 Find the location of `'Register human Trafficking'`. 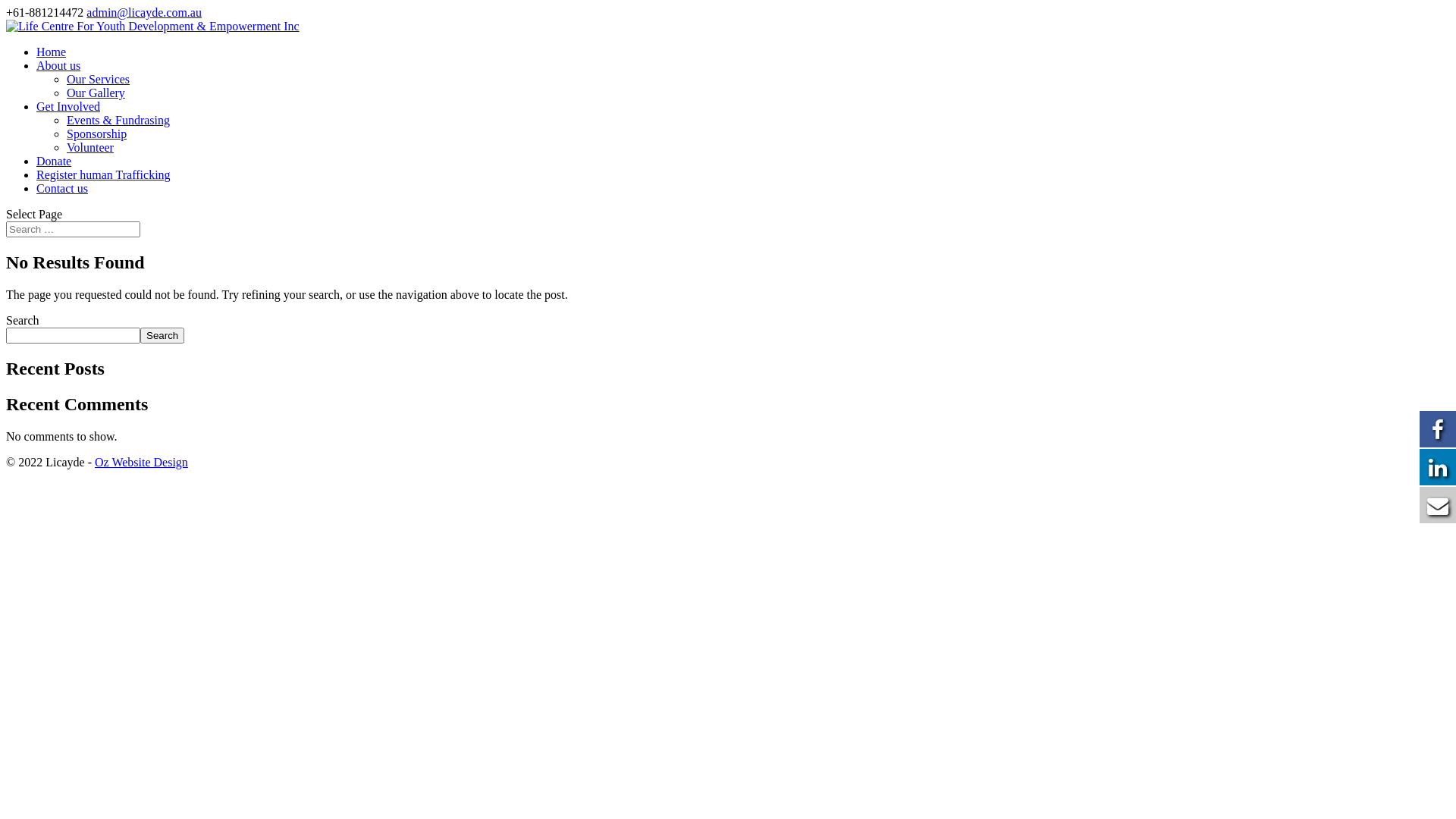

'Register human Trafficking' is located at coordinates (102, 174).